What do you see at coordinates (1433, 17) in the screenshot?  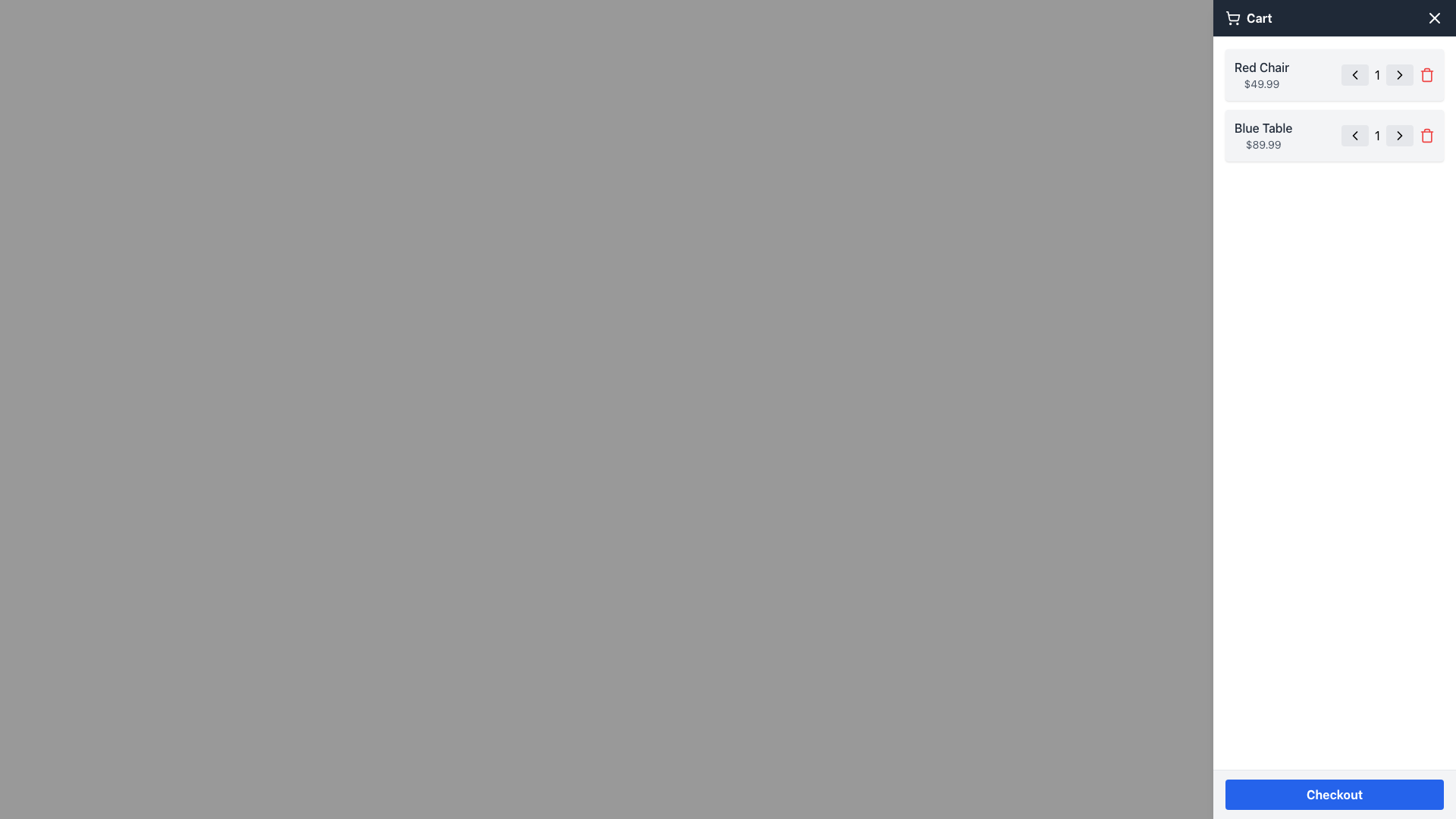 I see `the close button represented by a white 'X' icon on a dark background in the top-right corner of the cart panel header` at bounding box center [1433, 17].